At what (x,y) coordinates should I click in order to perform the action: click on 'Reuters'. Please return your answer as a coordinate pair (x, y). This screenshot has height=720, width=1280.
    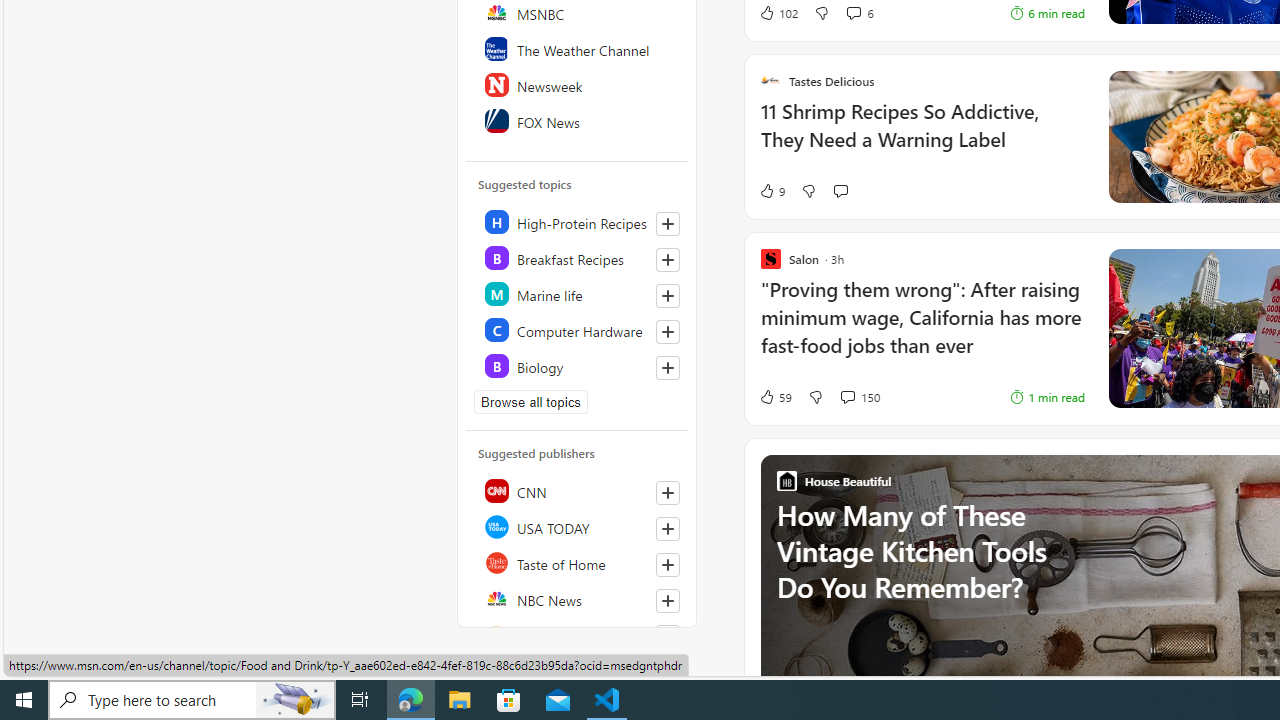
    Looking at the image, I should click on (577, 635).